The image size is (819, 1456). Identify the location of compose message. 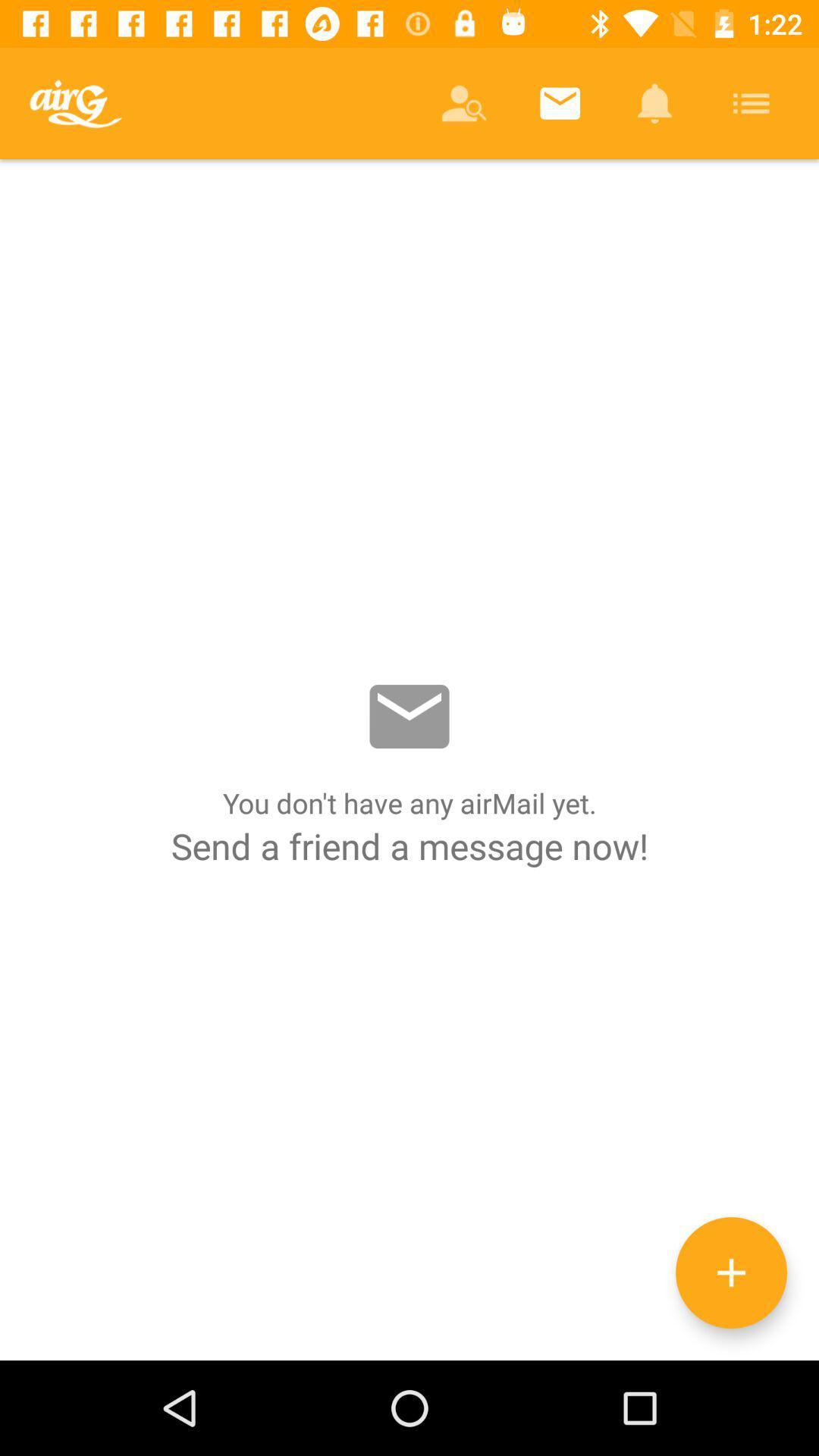
(730, 1272).